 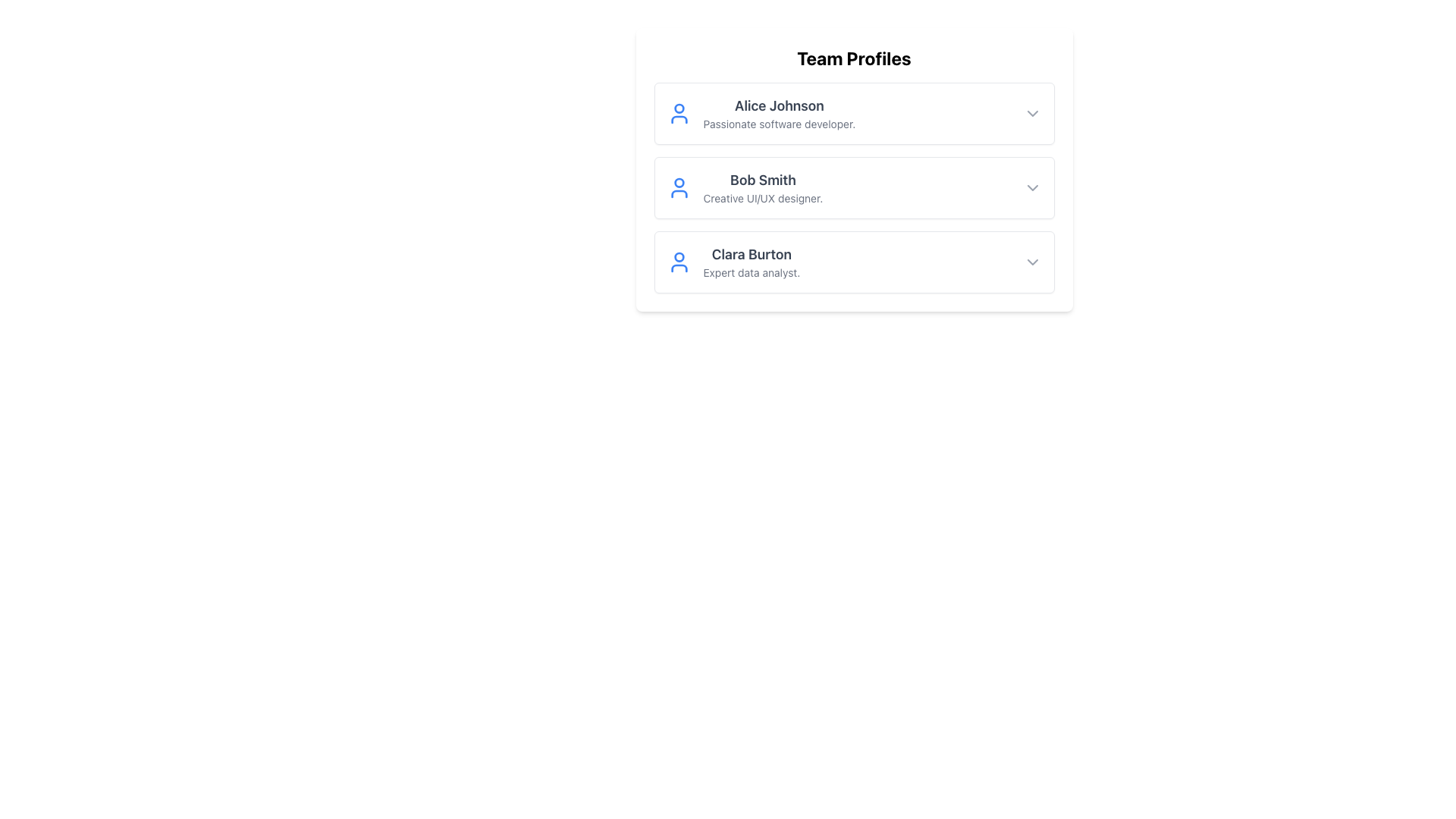 What do you see at coordinates (678, 256) in the screenshot?
I see `the decorative circle representing the head part of the user icon next to 'Clara Burton' in the 'Team Profiles' section` at bounding box center [678, 256].